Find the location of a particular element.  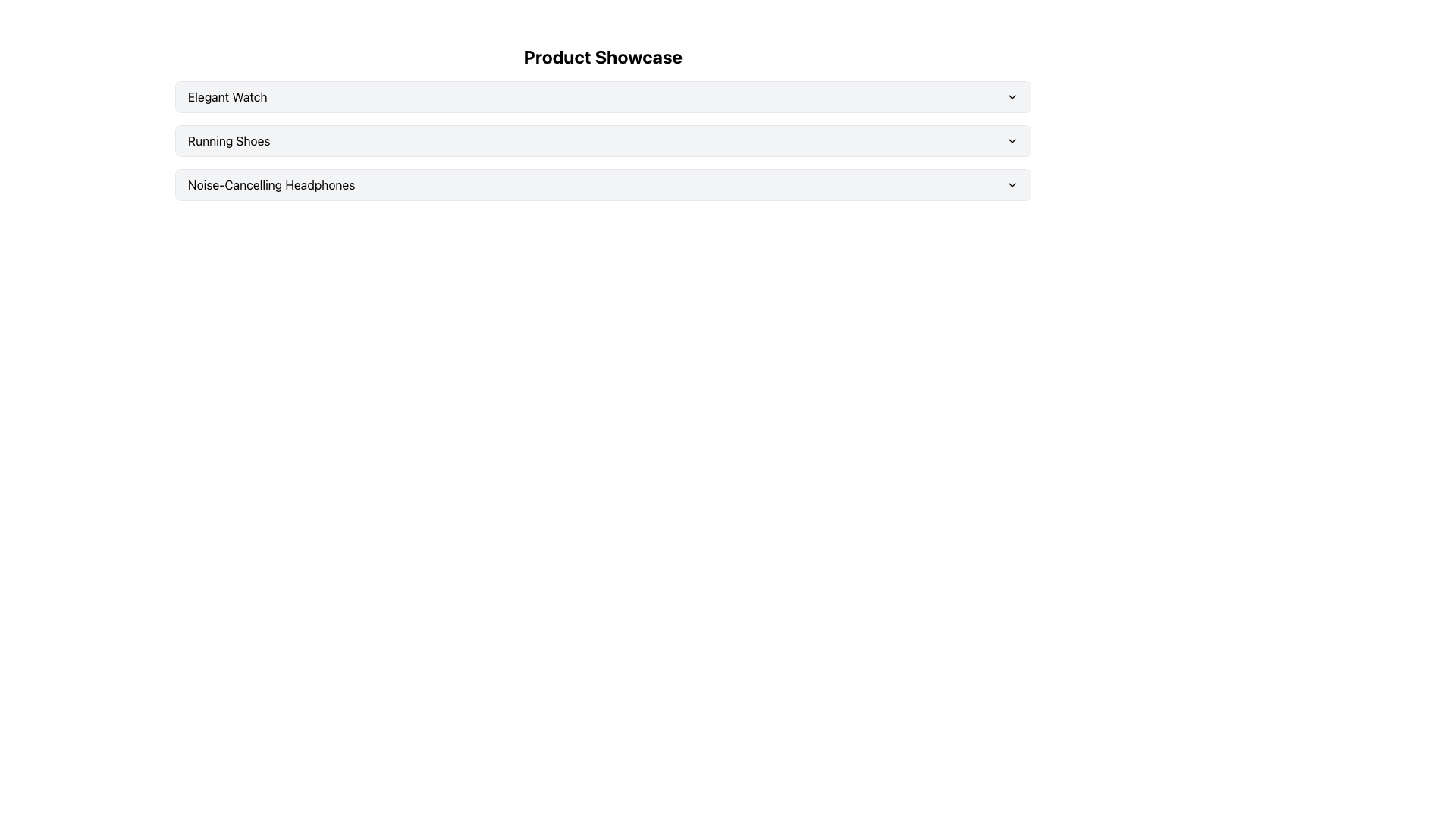

the dropdown menu entry labeled 'Noise-Cancelling Headphones' is located at coordinates (602, 184).